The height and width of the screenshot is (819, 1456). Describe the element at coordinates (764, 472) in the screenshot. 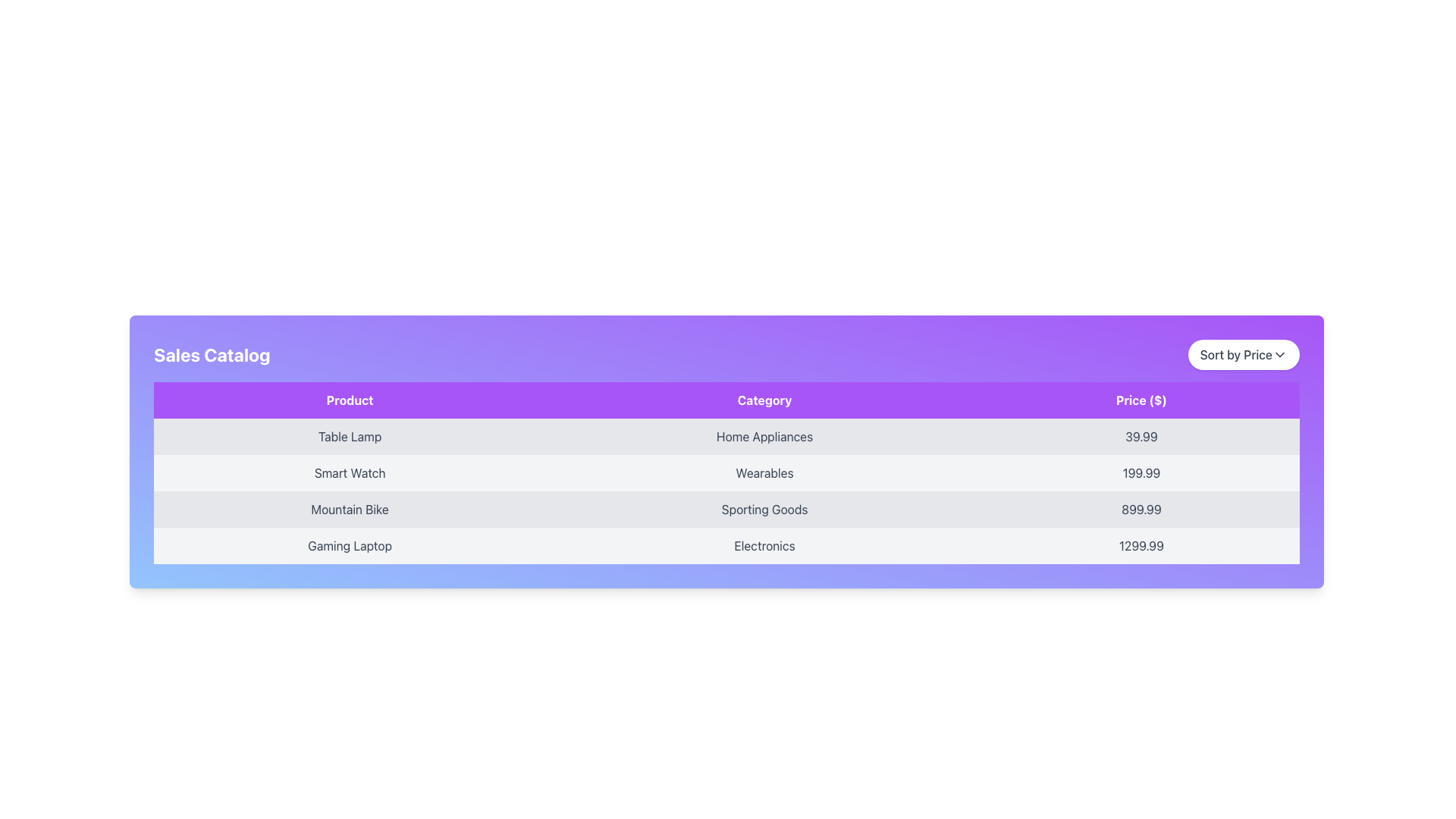

I see `the 'Wearables' text label located in the second row of the 'Category' column of the data table, which is horizontally centered and has a black font color on a gray-striped background` at that location.